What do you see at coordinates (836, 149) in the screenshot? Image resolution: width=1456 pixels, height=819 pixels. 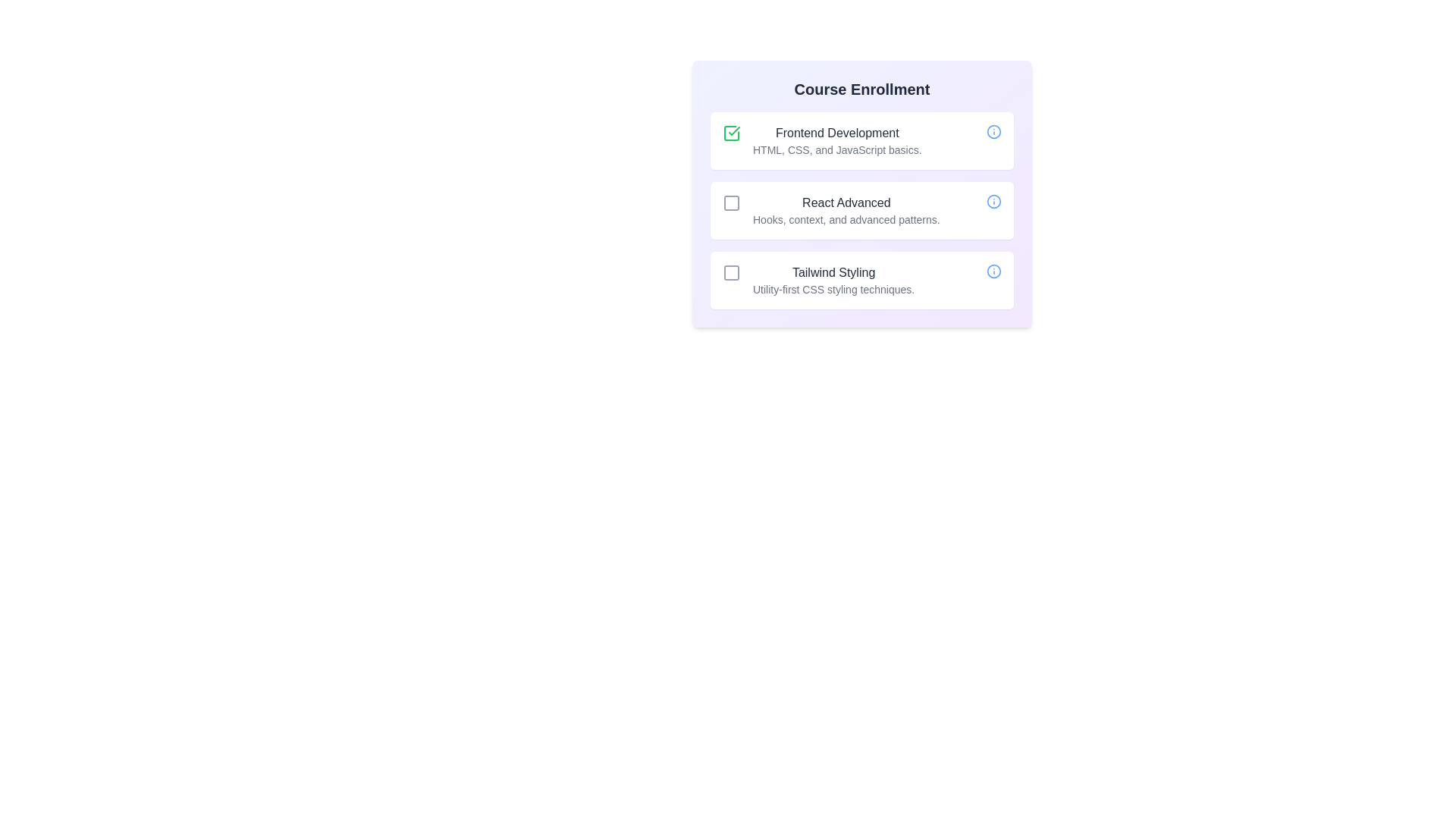 I see `the text label reading 'HTML, CSS, and JavaScript basics,' which is styled in a smaller gray font and positioned directly below the title 'Frontend Development.'` at bounding box center [836, 149].